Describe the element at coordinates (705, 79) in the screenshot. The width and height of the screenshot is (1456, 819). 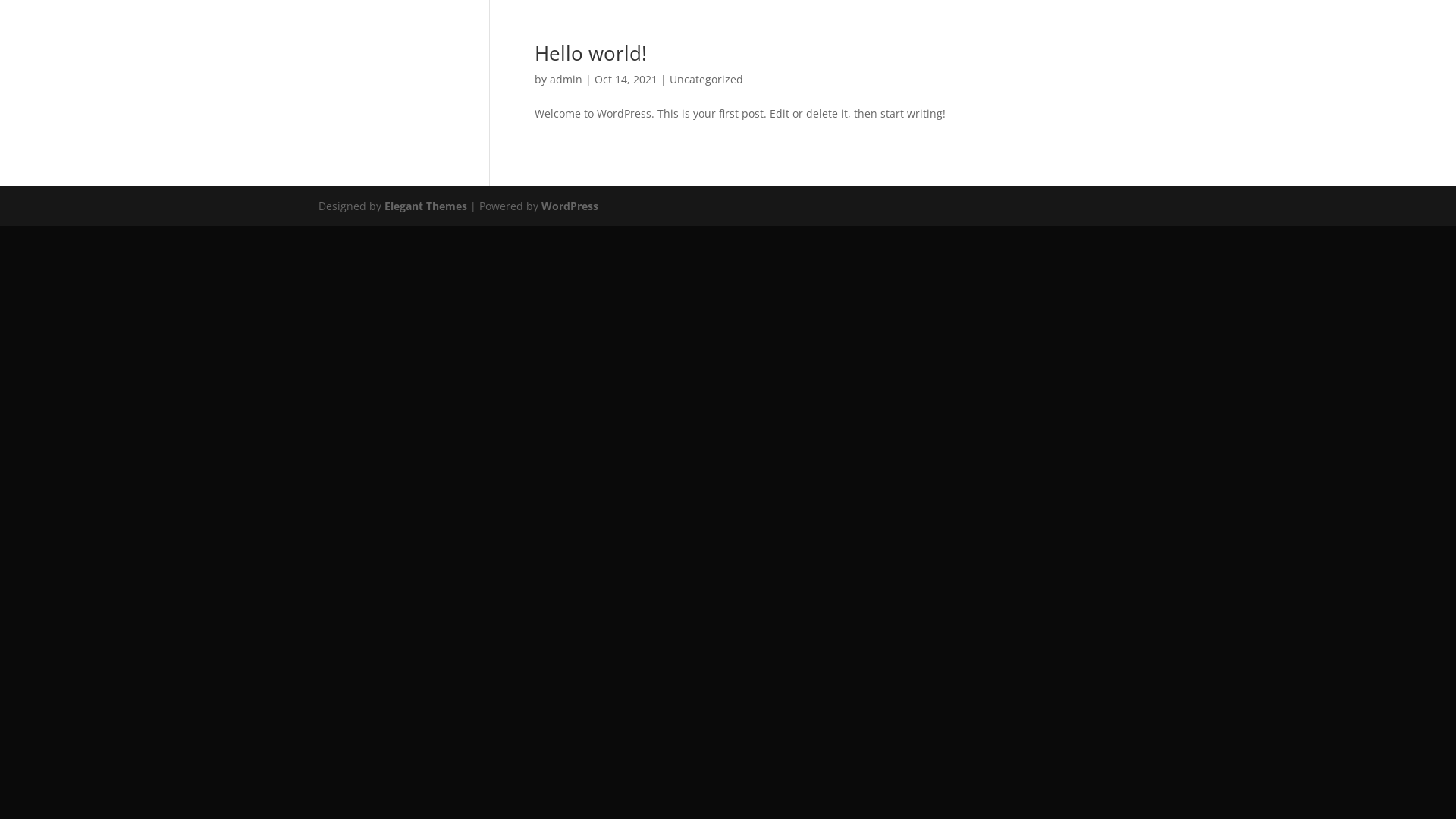
I see `'Uncategorized'` at that location.